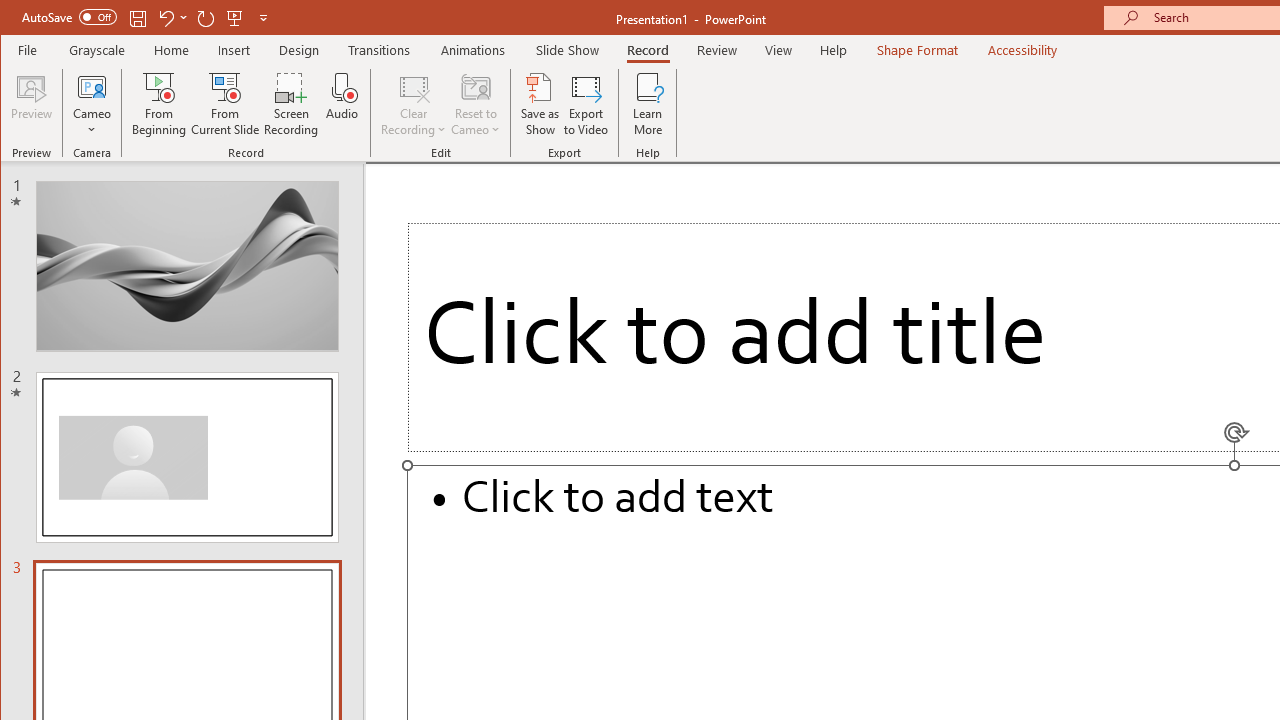 The width and height of the screenshot is (1280, 720). What do you see at coordinates (342, 104) in the screenshot?
I see `'Audio'` at bounding box center [342, 104].